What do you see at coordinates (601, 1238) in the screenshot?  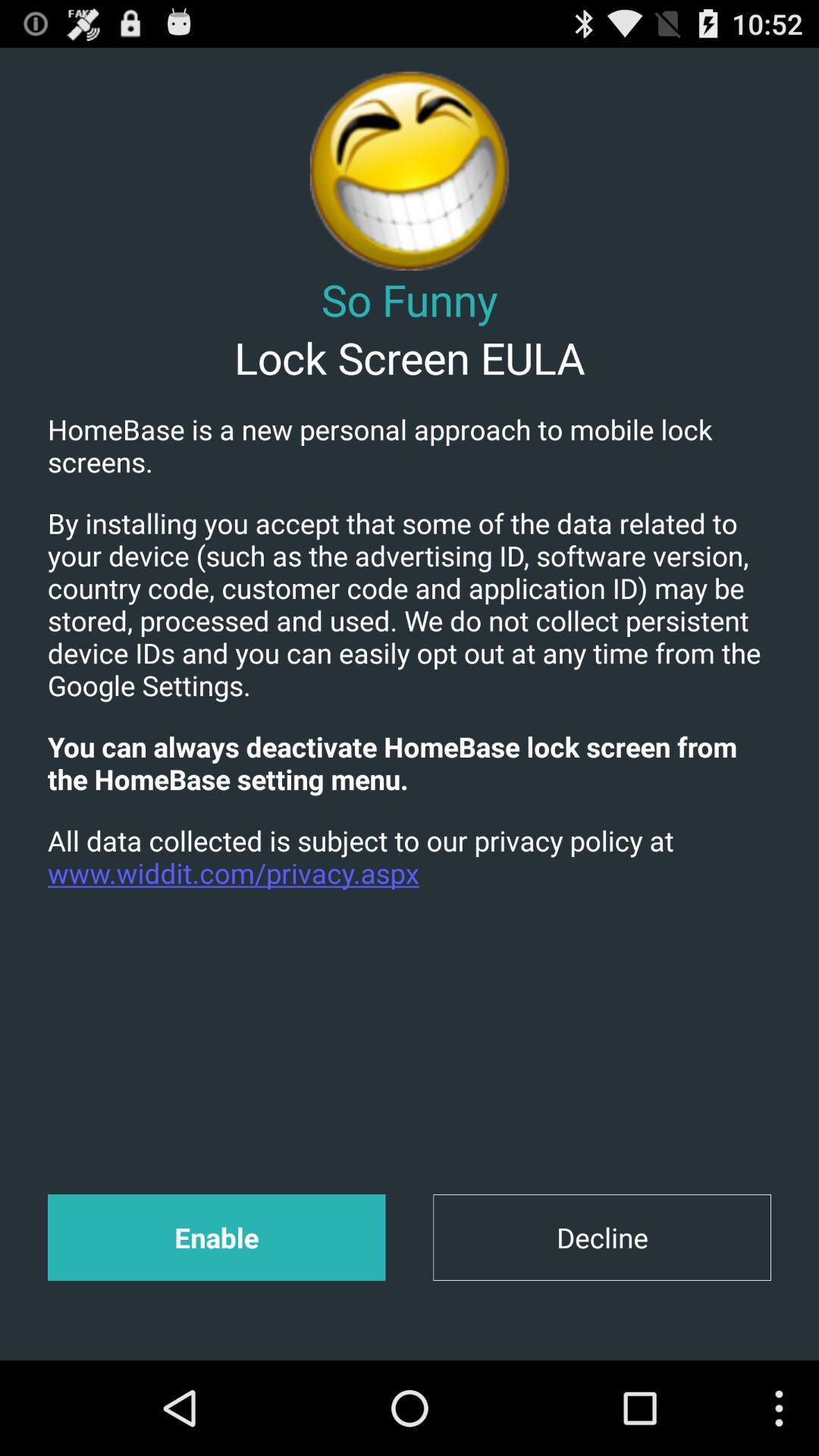 I see `the item below all data collected item` at bounding box center [601, 1238].